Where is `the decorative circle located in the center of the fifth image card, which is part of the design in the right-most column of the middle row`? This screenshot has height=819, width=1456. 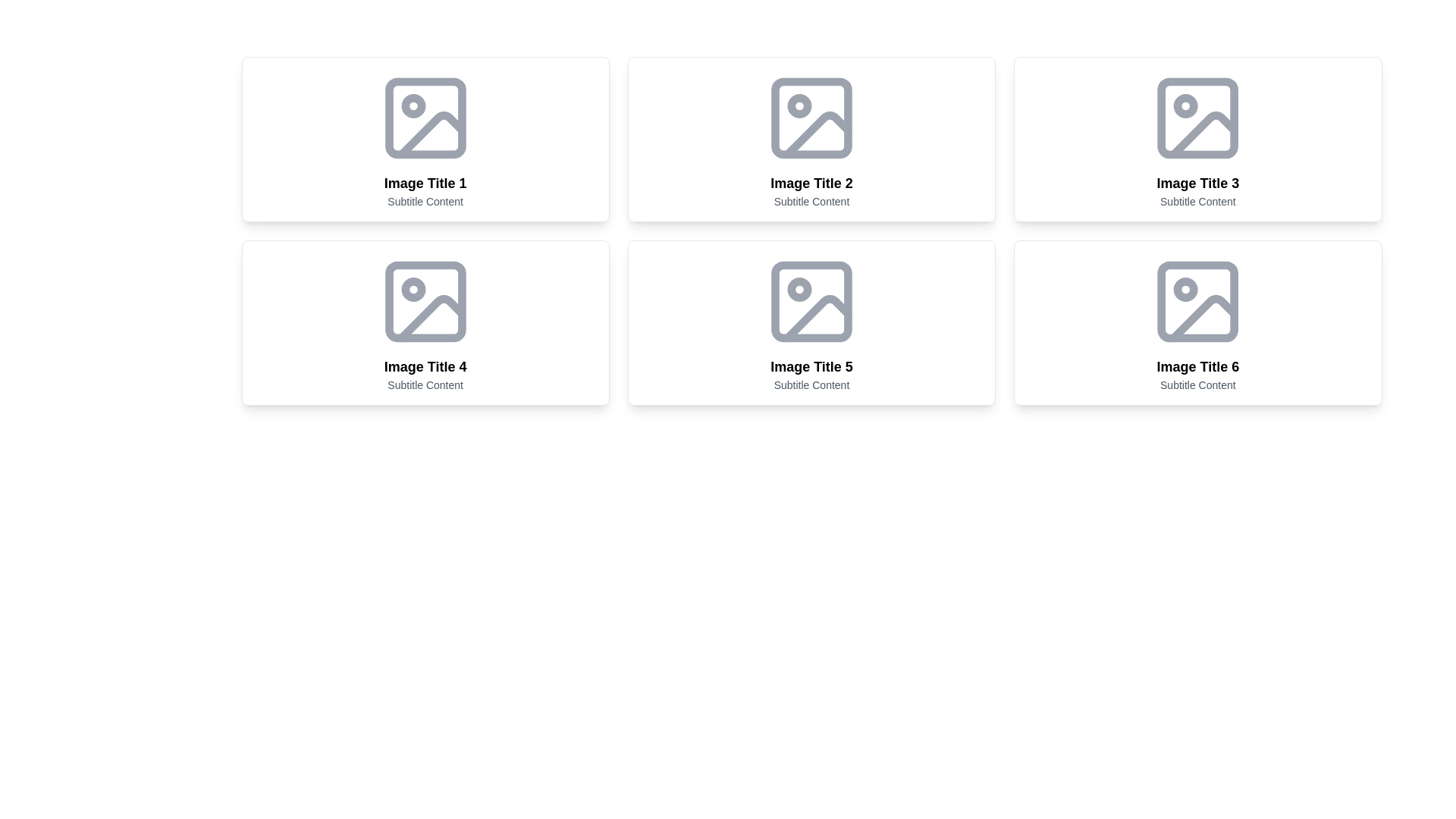 the decorative circle located in the center of the fifth image card, which is part of the design in the right-most column of the middle row is located at coordinates (799, 289).